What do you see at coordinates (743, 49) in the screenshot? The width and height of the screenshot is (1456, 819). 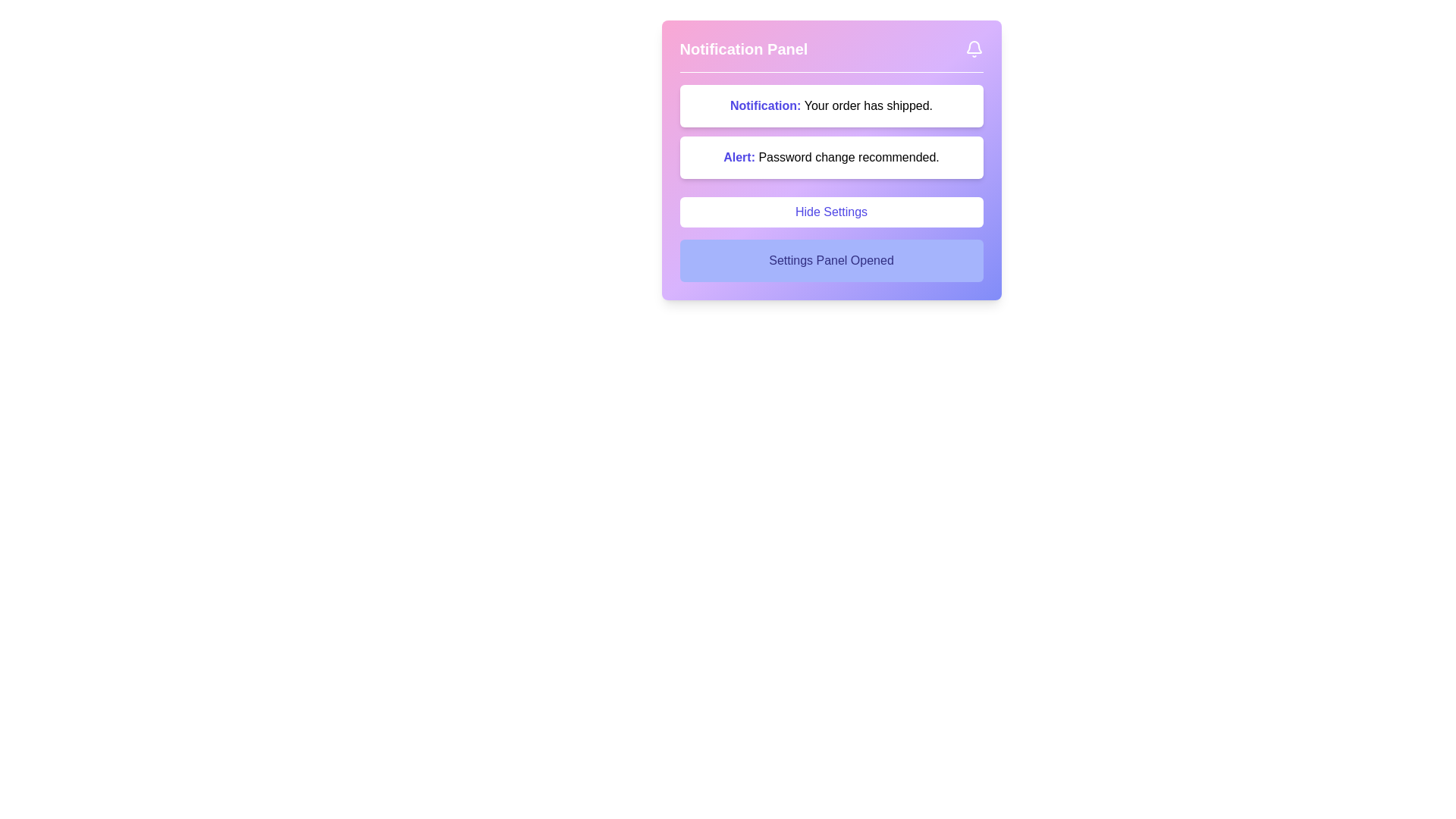 I see `the 'Notification Panel' text label, which is a prominent heading at the top-left of the notification modal, displaying in bold white font against a gradient background` at bounding box center [743, 49].